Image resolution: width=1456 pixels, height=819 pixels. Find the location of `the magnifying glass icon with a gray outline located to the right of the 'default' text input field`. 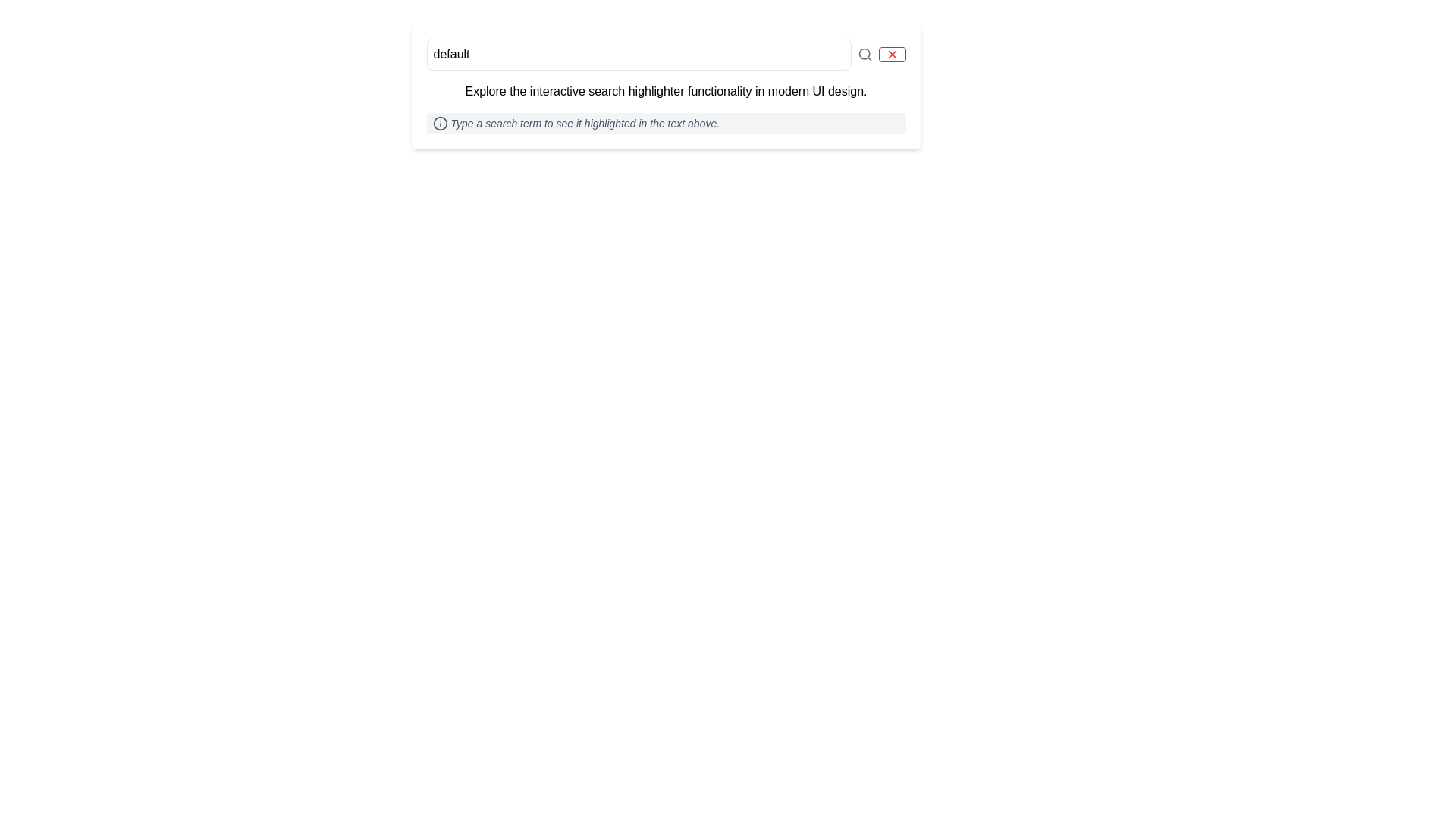

the magnifying glass icon with a gray outline located to the right of the 'default' text input field is located at coordinates (864, 54).